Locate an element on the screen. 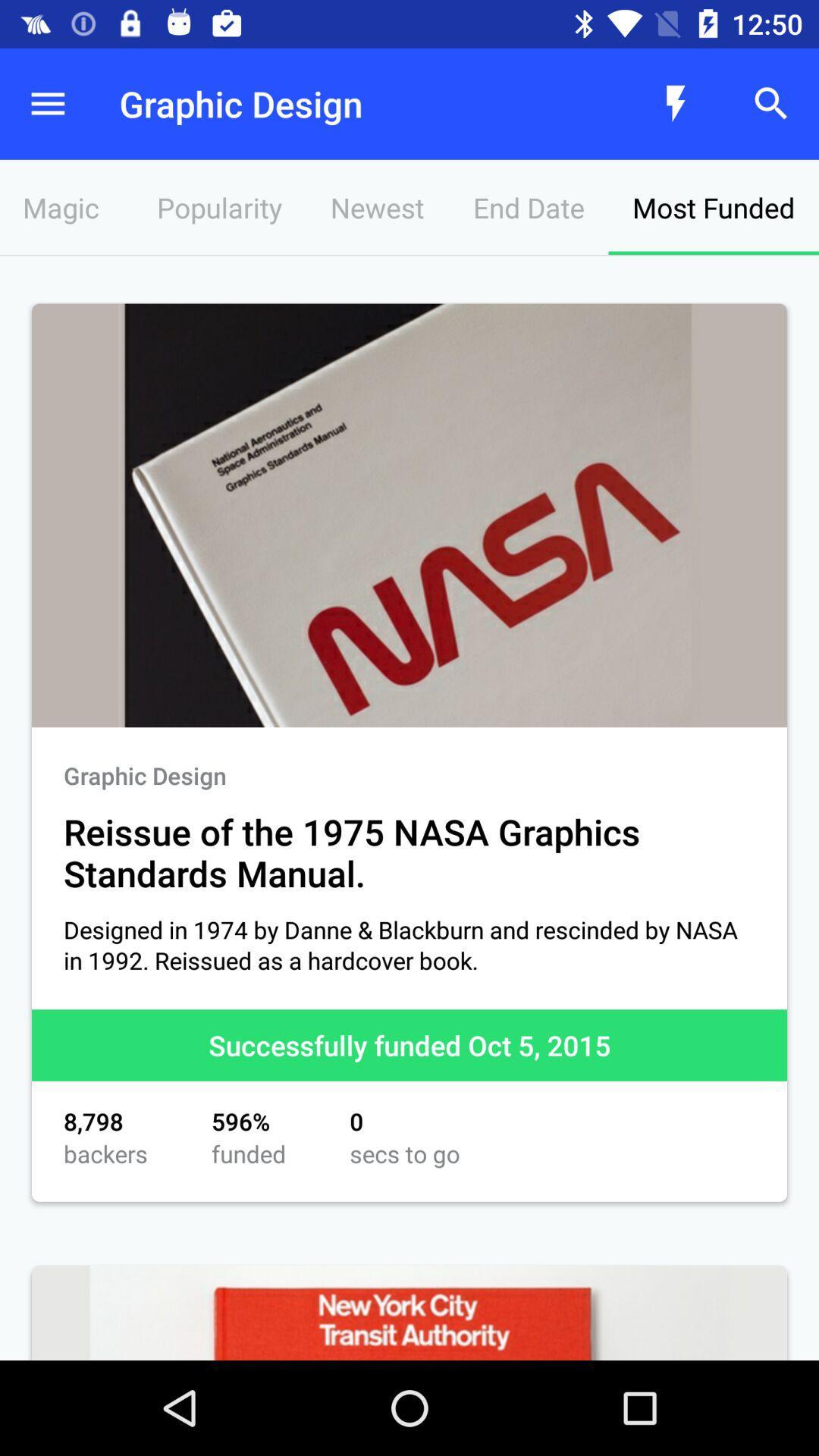 This screenshot has width=819, height=1456. the text right to menu is located at coordinates (345, 103).